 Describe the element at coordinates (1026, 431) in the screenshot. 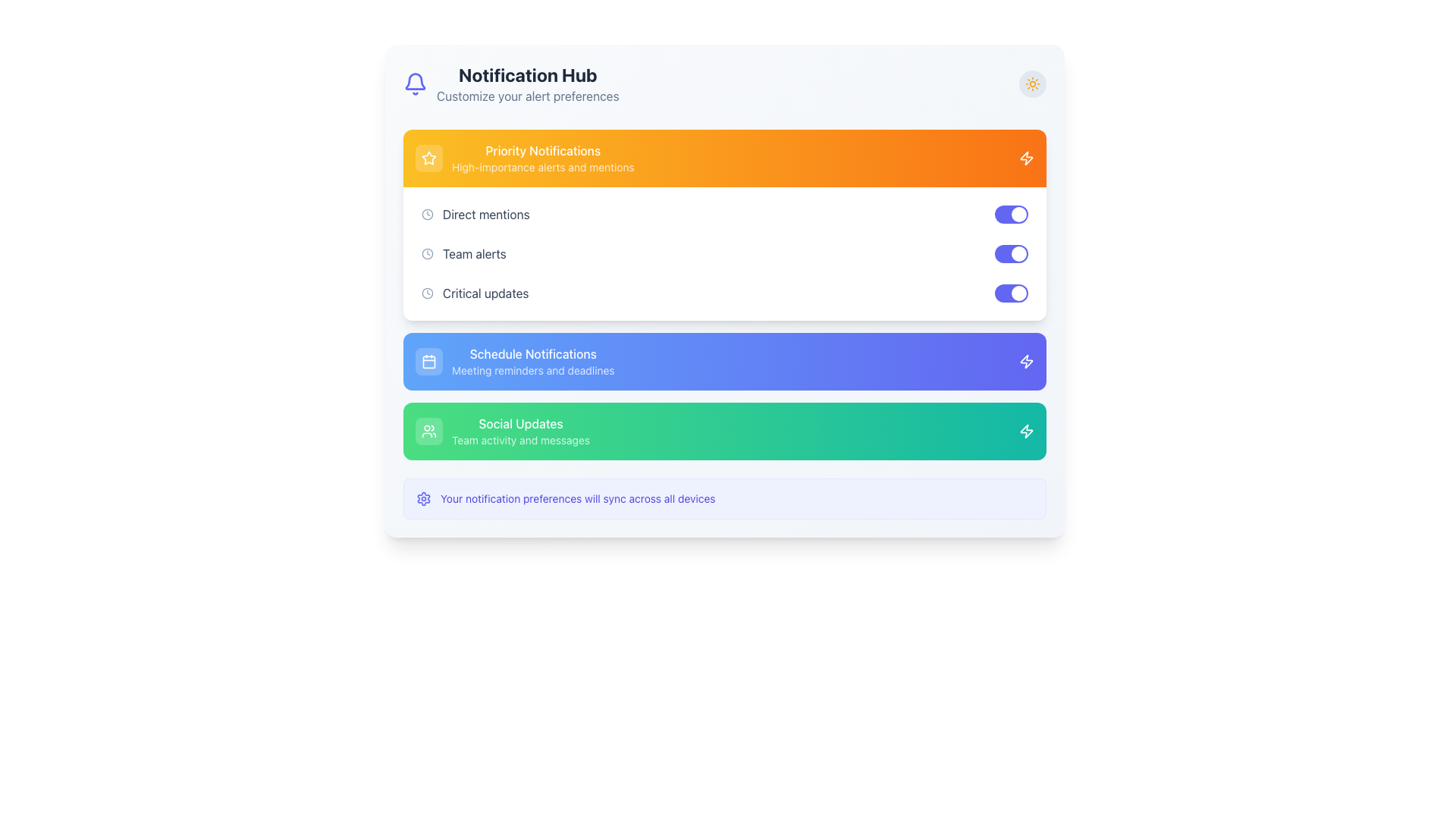

I see `the SVG Icon that indicates the significance of the 'Social Updates' section, located to the right of the green bar labeled 'Social Updates'` at that location.